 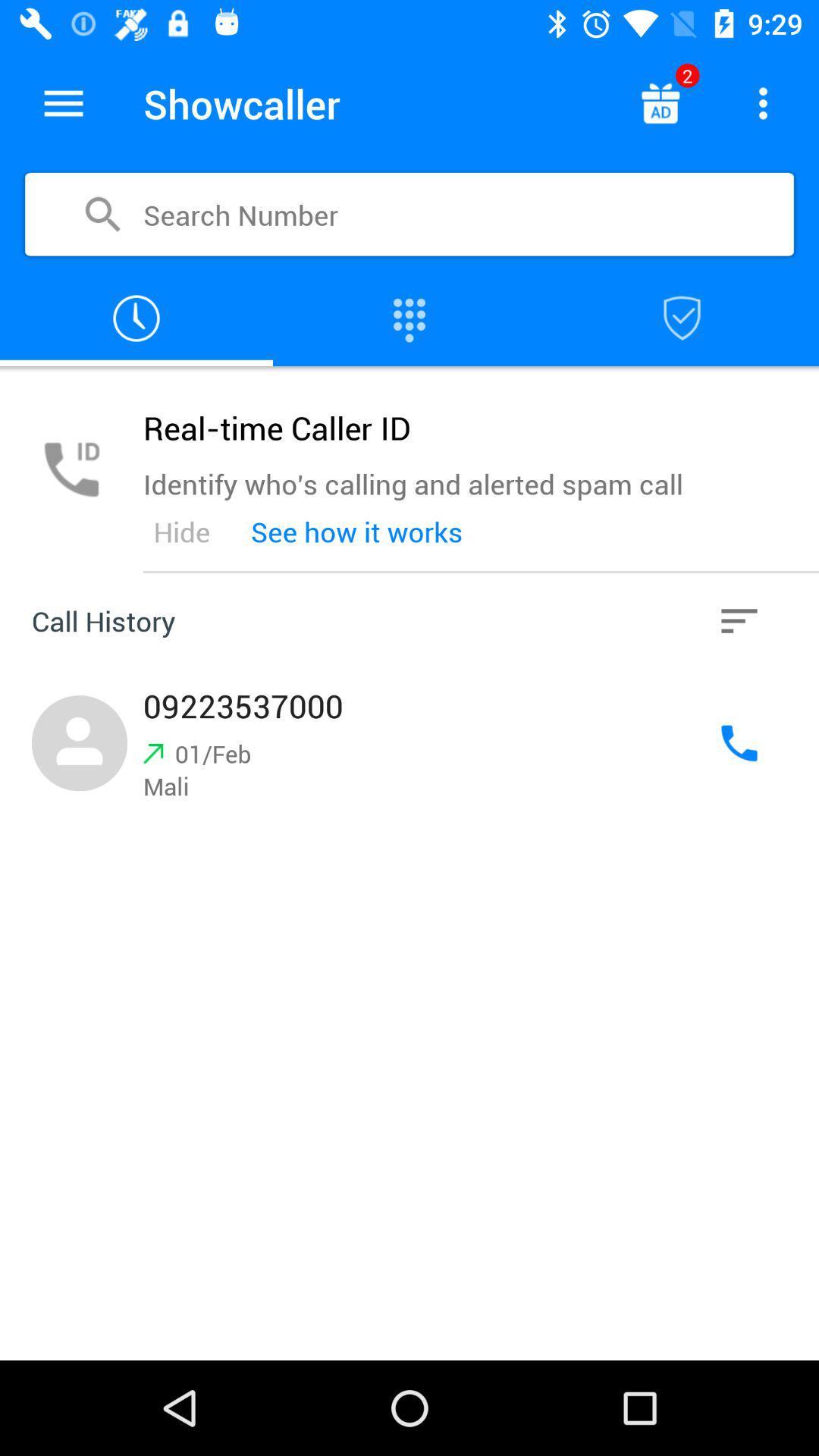 I want to click on search, so click(x=681, y=318).